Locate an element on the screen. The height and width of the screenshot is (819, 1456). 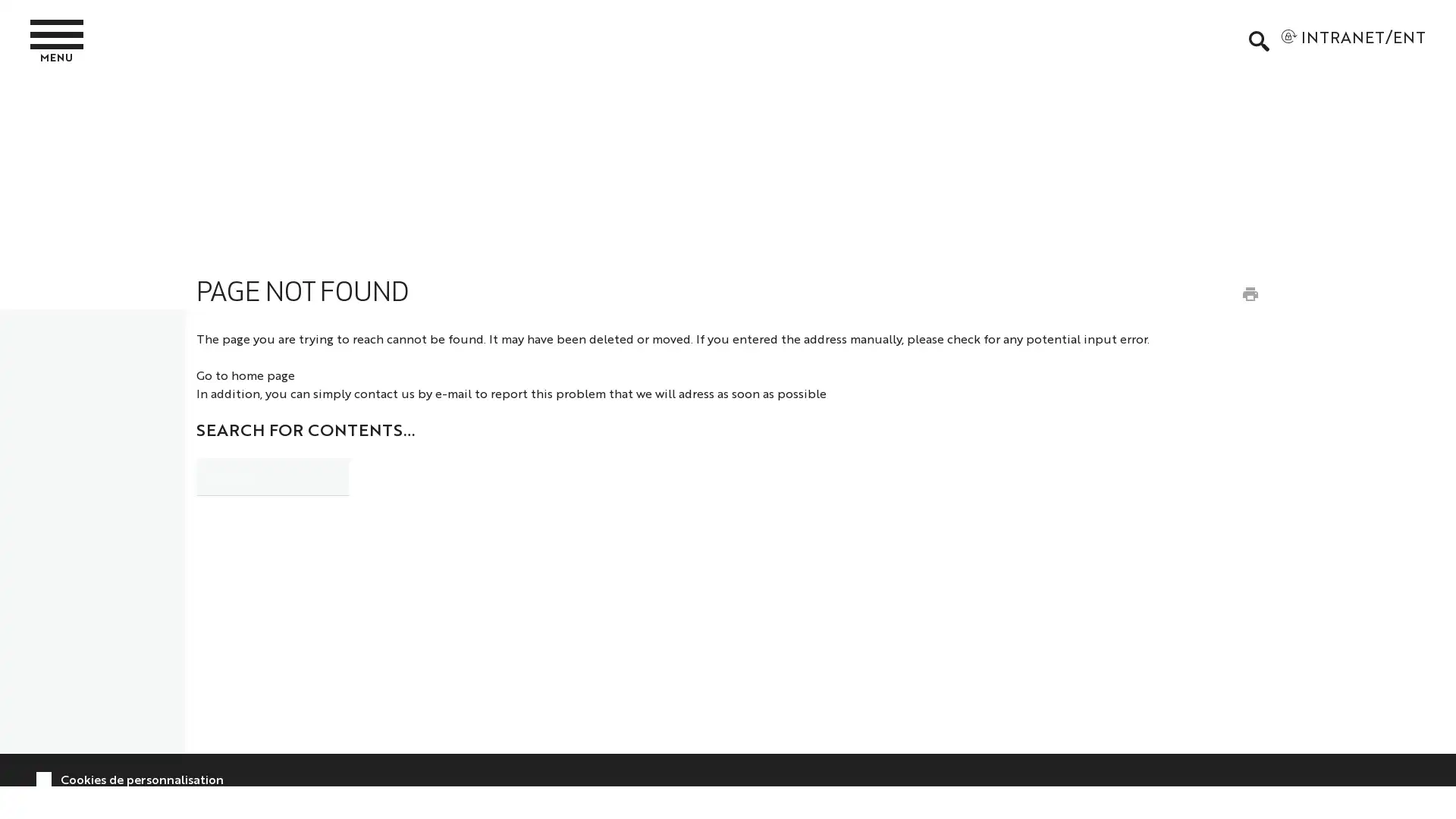
Search is located at coordinates (389, 473).